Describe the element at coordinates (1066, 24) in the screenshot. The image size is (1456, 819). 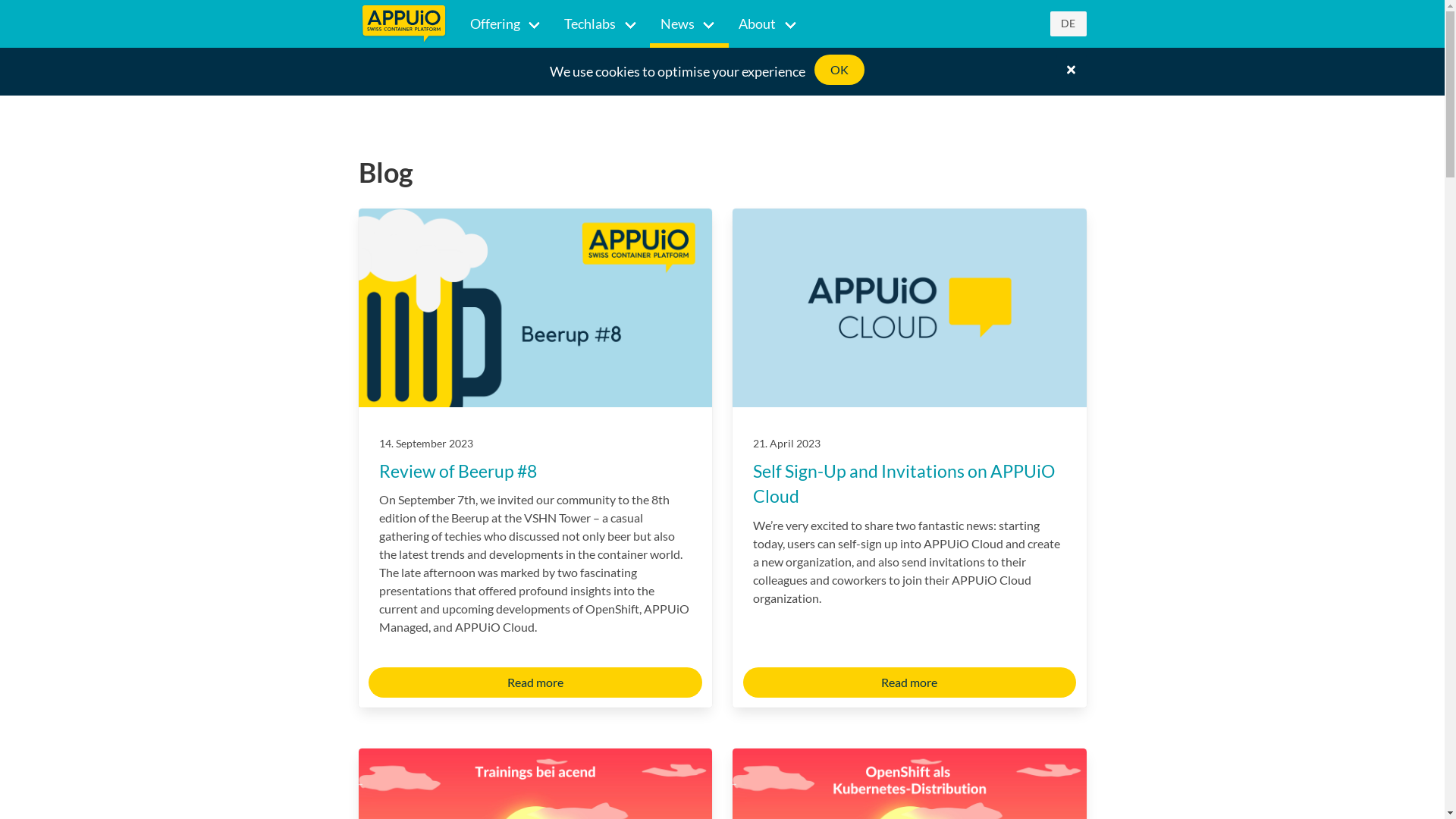
I see `'DE'` at that location.